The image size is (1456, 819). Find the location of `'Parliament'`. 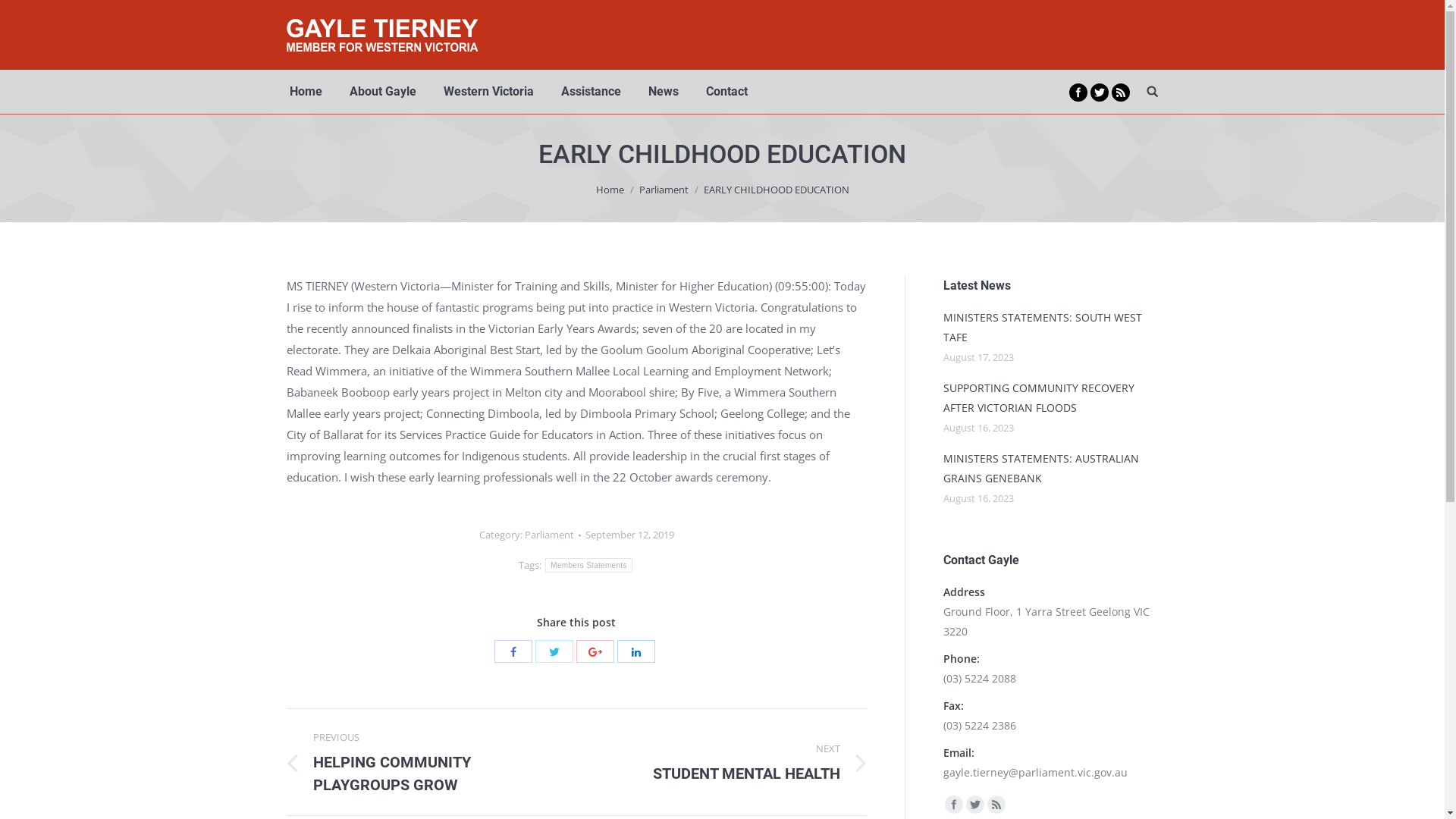

'Parliament' is located at coordinates (524, 534).